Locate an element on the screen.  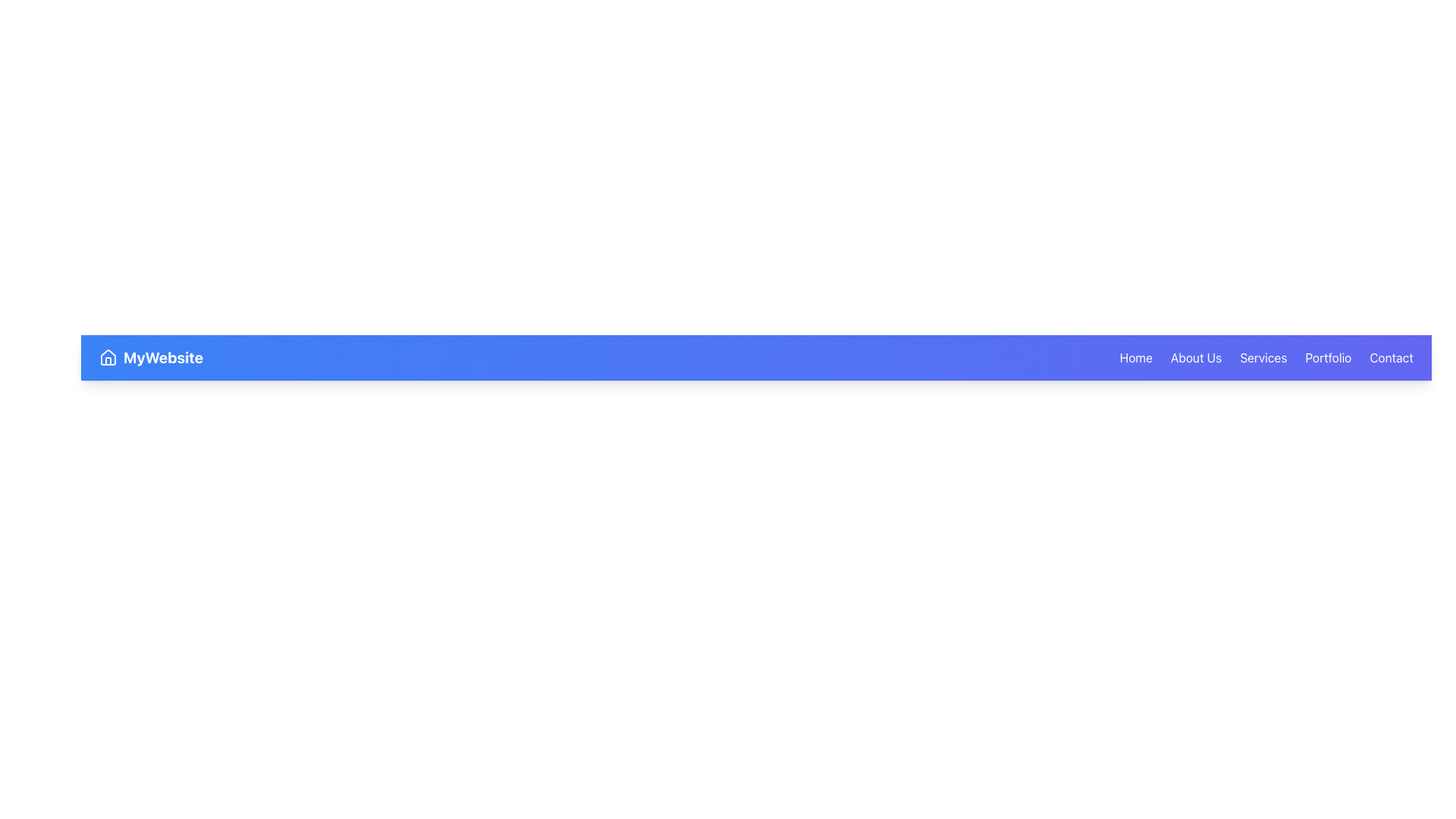
the 'Services' hyperlink located in the center of the navigation bar, positioned between 'About Us' and 'Portfolio' links, to trigger the hover effect is located at coordinates (1263, 357).